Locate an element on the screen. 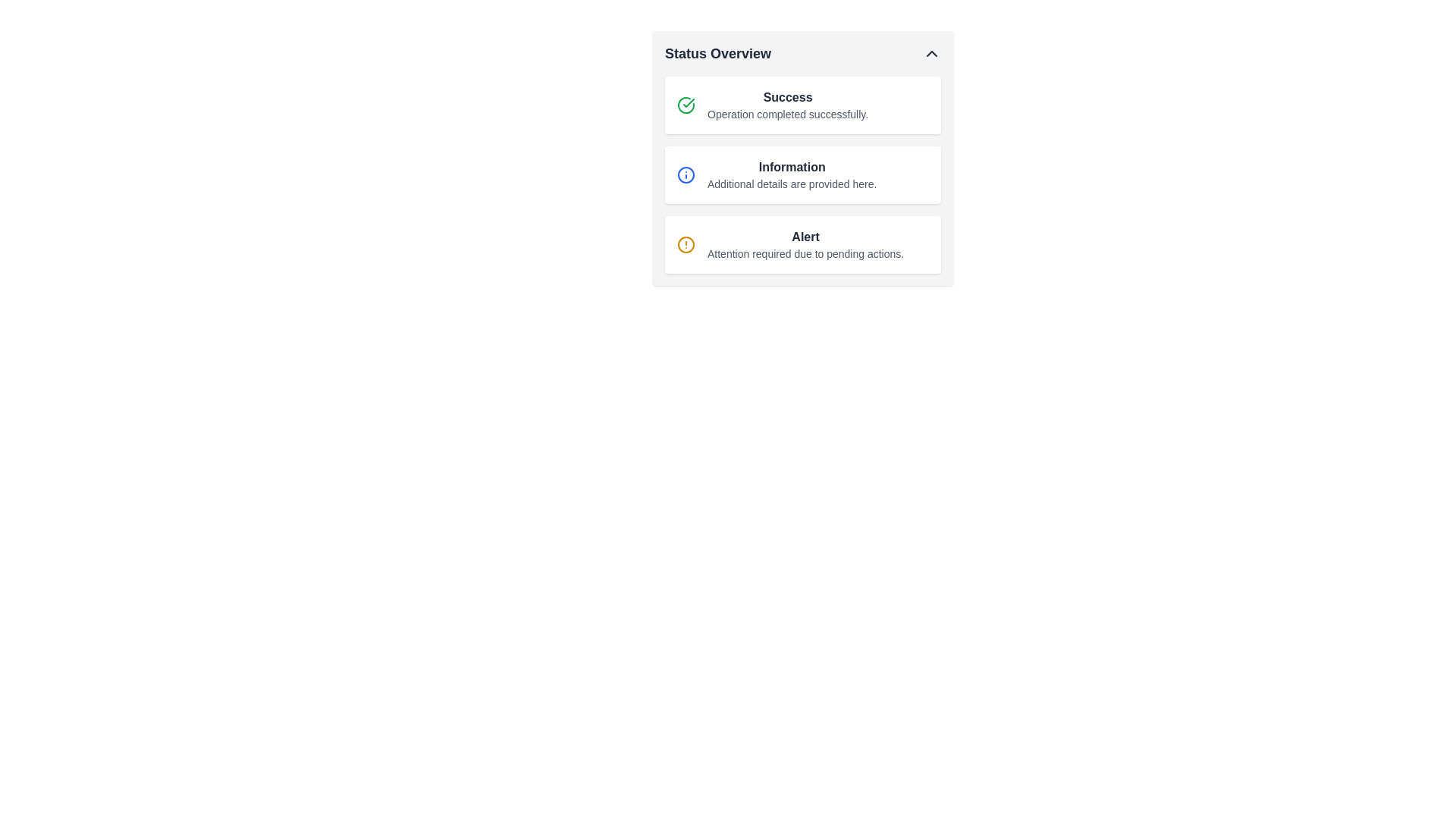 Image resolution: width=1456 pixels, height=819 pixels. the success operation icon located to the left of the text 'Success Operation completed successfully.' in the top-left of the status overview panel is located at coordinates (686, 104).